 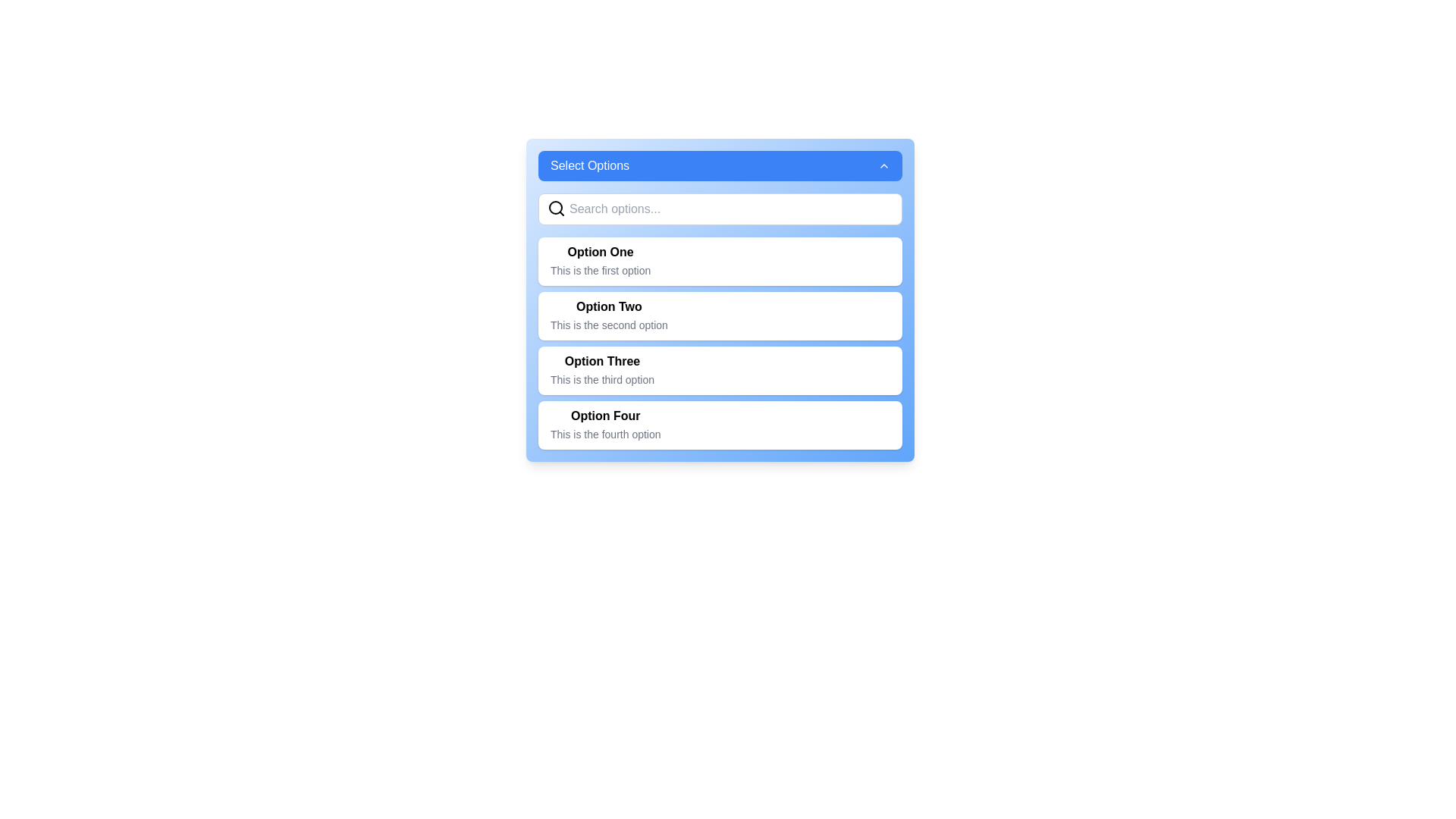 What do you see at coordinates (609, 307) in the screenshot?
I see `the text label for 'Option Two', which serves as the title for the second option in a selectable list` at bounding box center [609, 307].